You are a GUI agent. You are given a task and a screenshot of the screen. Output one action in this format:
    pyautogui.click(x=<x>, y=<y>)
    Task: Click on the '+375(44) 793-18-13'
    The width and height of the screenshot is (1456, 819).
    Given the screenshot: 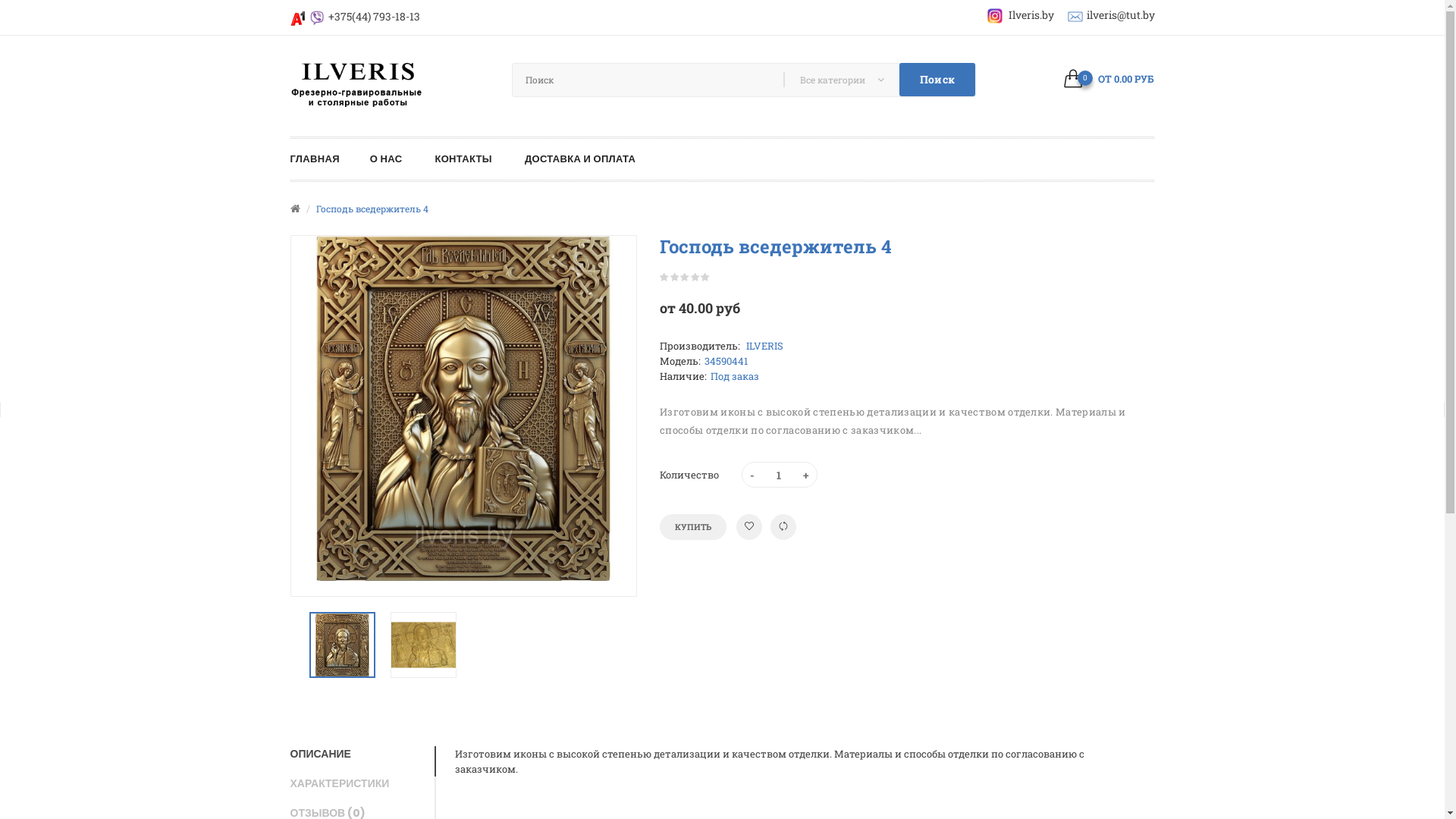 What is the action you would take?
    pyautogui.click(x=373, y=16)
    